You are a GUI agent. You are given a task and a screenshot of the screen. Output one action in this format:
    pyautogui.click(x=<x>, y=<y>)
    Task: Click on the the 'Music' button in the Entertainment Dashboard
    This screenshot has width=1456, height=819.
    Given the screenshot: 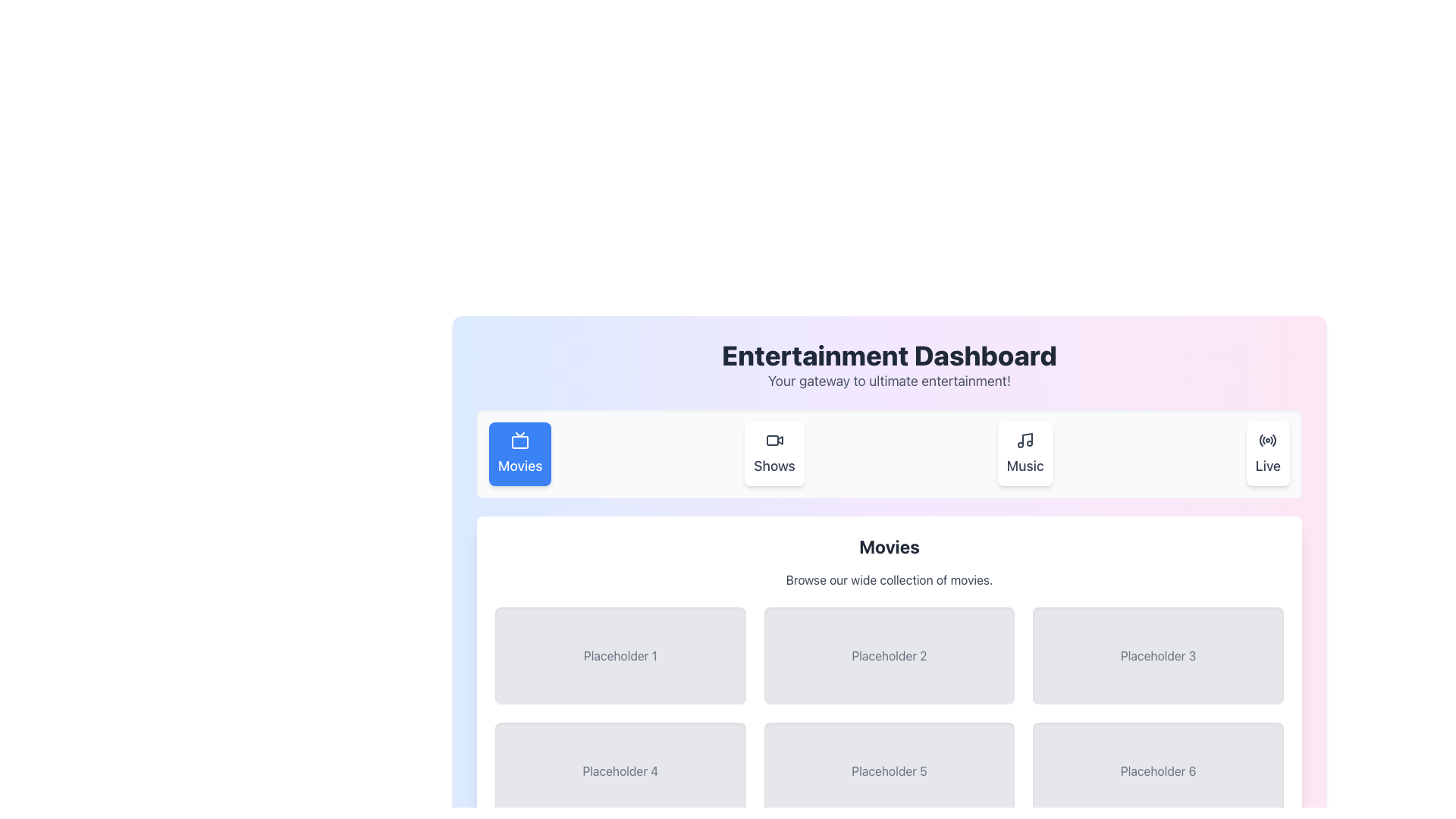 What is the action you would take?
    pyautogui.click(x=1025, y=453)
    